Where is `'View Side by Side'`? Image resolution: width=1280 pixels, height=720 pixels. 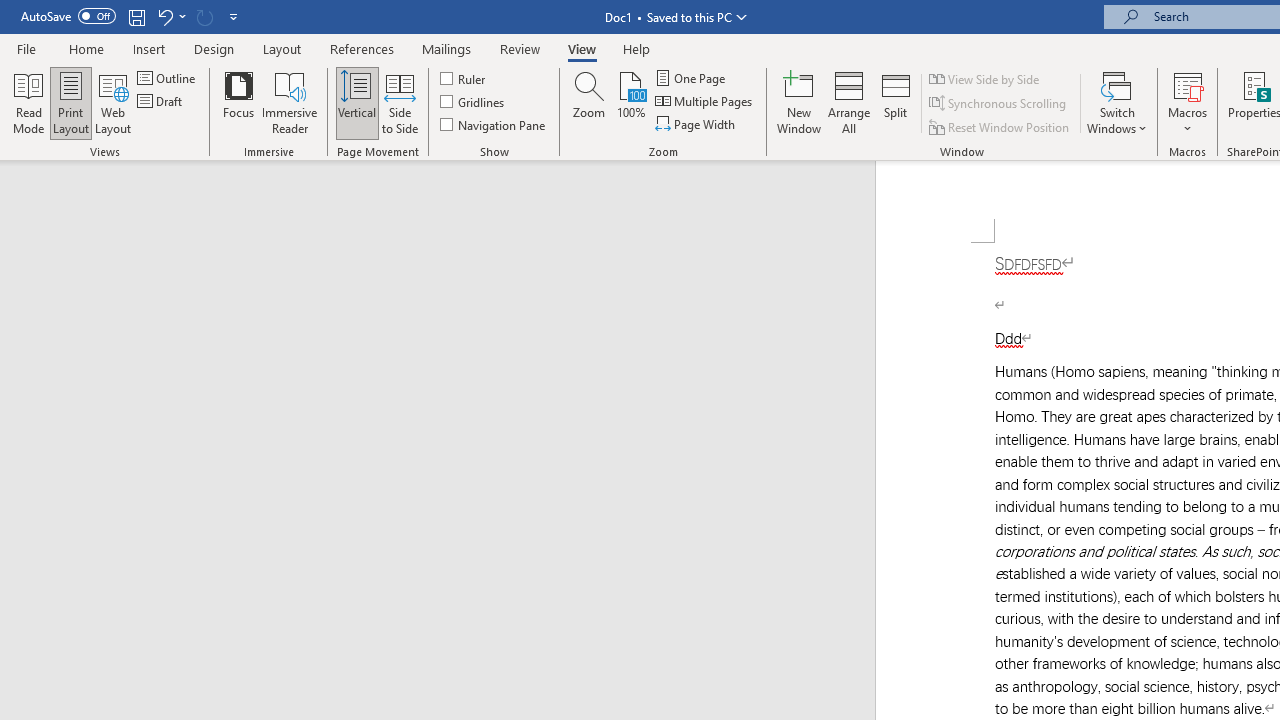
'View Side by Side' is located at coordinates (985, 78).